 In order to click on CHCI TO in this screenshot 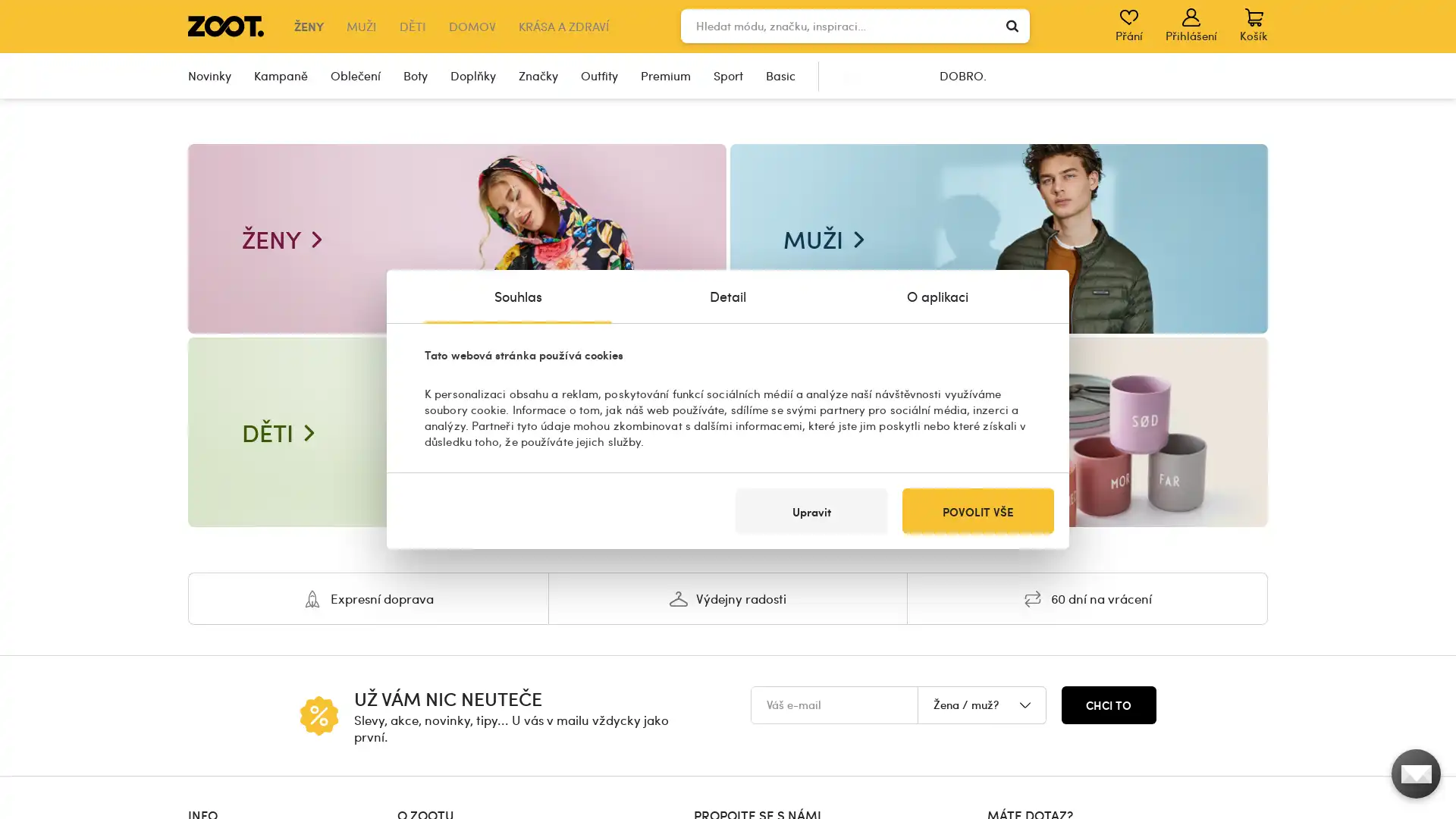, I will do `click(1109, 704)`.